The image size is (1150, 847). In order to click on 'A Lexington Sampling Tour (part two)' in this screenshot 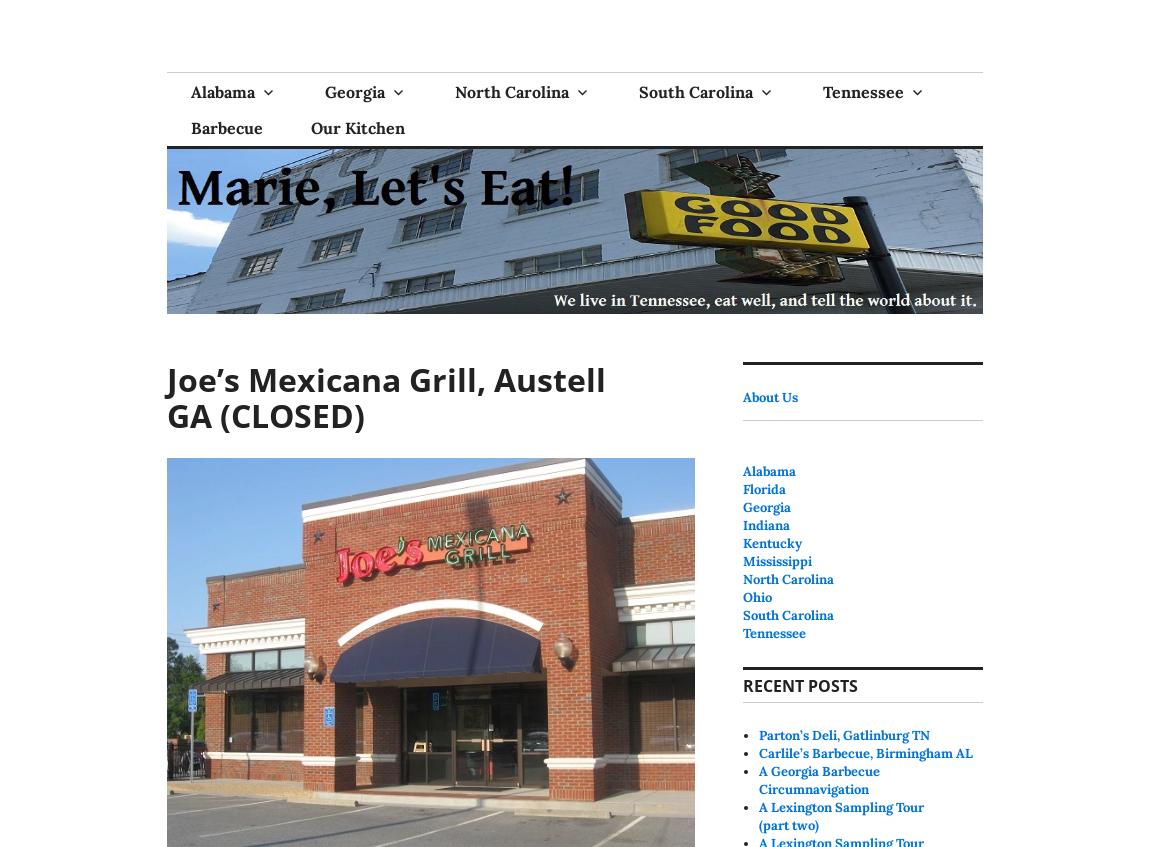, I will do `click(840, 815)`.